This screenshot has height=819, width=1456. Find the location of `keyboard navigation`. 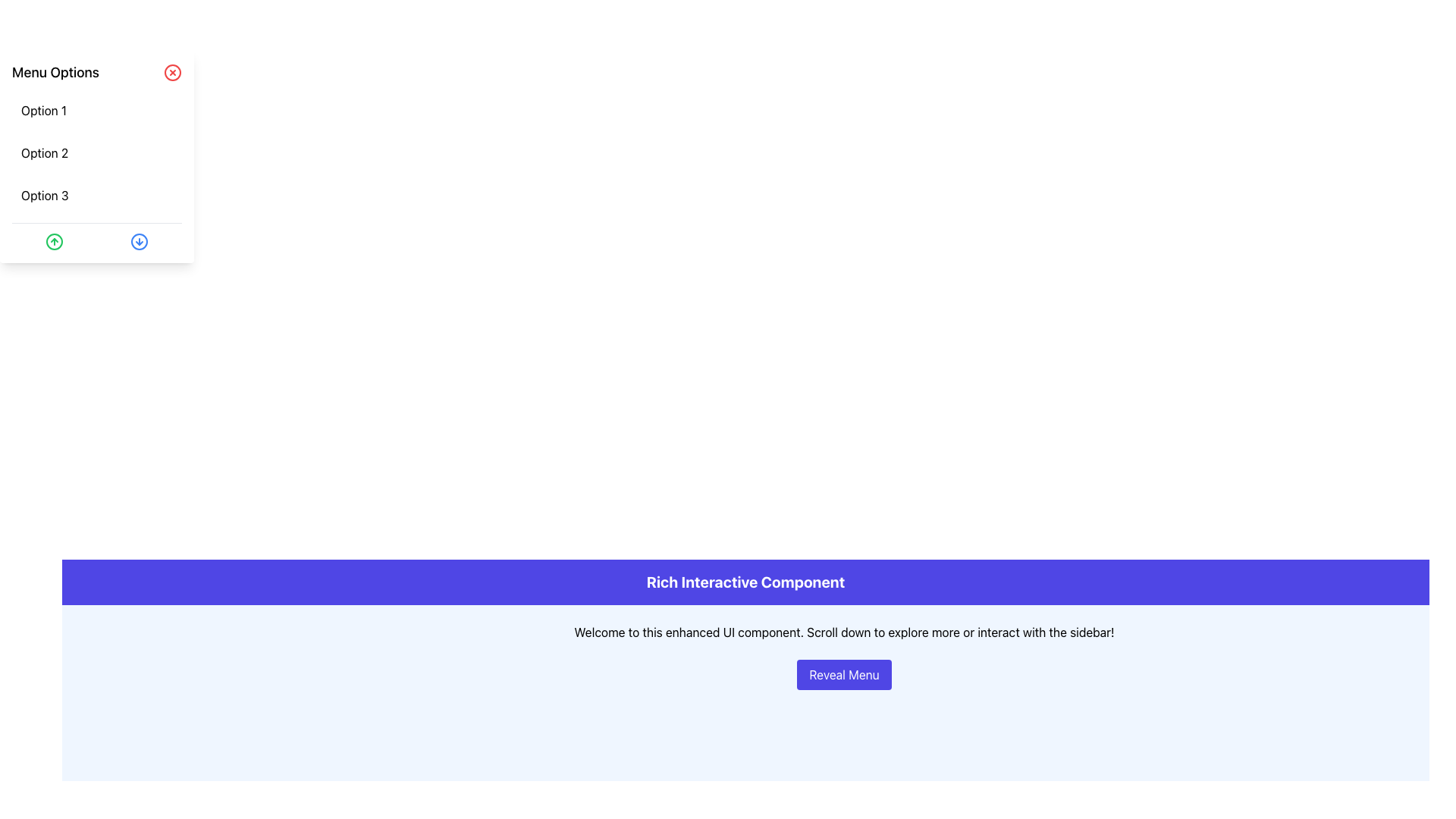

keyboard navigation is located at coordinates (96, 152).